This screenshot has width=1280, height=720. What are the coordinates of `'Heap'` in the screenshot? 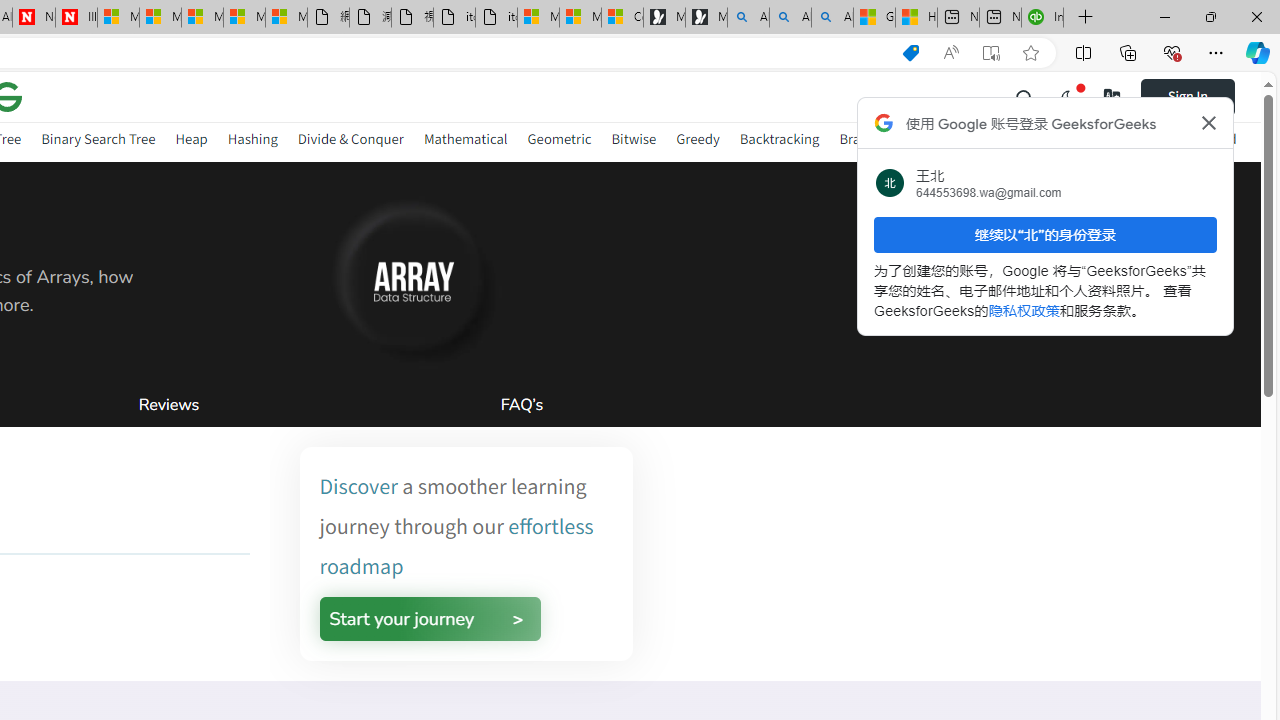 It's located at (191, 138).